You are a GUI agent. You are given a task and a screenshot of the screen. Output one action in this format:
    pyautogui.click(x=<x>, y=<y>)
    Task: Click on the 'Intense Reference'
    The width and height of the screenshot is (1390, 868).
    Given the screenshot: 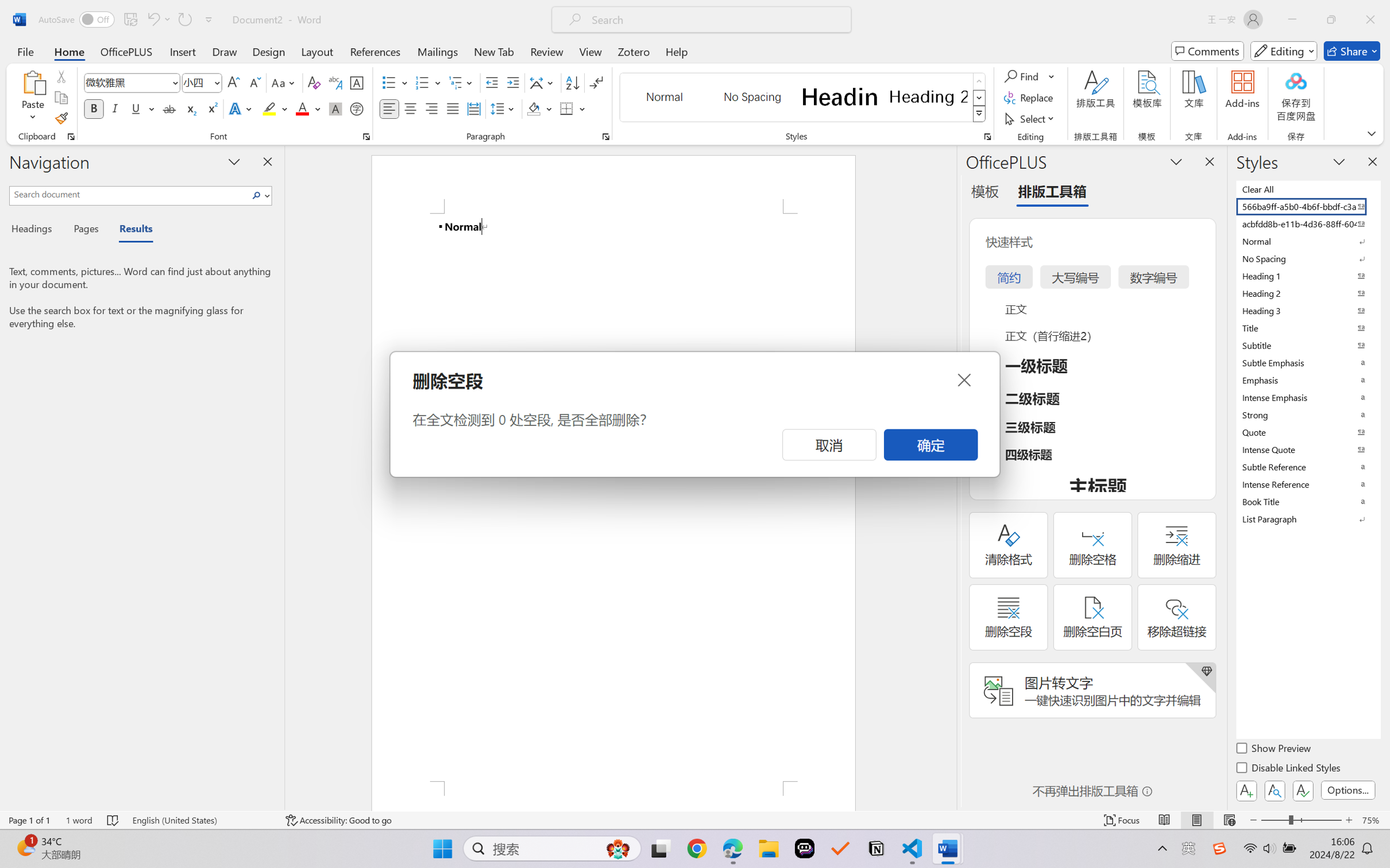 What is the action you would take?
    pyautogui.click(x=1307, y=484)
    